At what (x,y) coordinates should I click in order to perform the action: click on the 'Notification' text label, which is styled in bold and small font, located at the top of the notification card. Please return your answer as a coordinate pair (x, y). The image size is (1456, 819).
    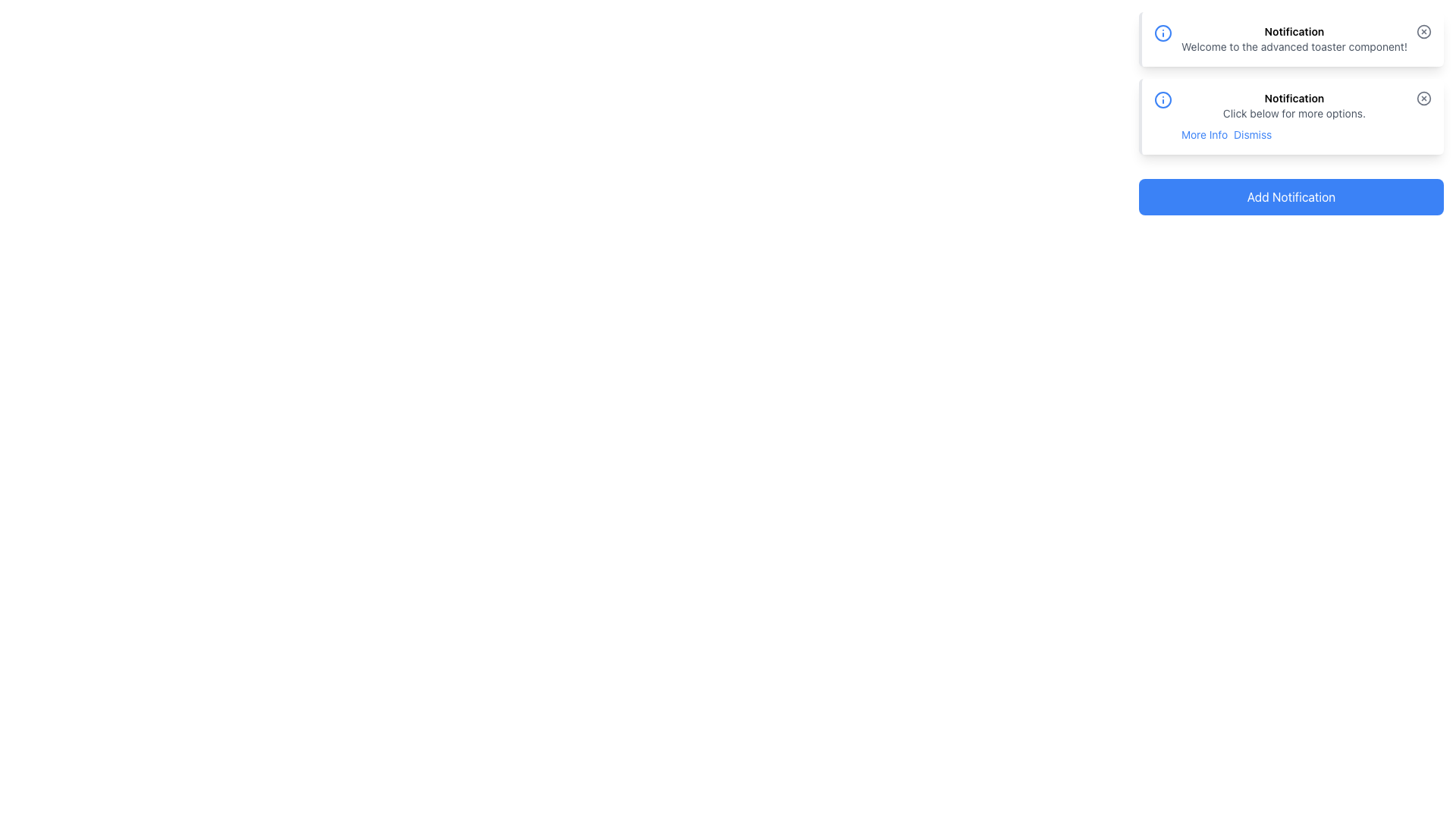
    Looking at the image, I should click on (1294, 32).